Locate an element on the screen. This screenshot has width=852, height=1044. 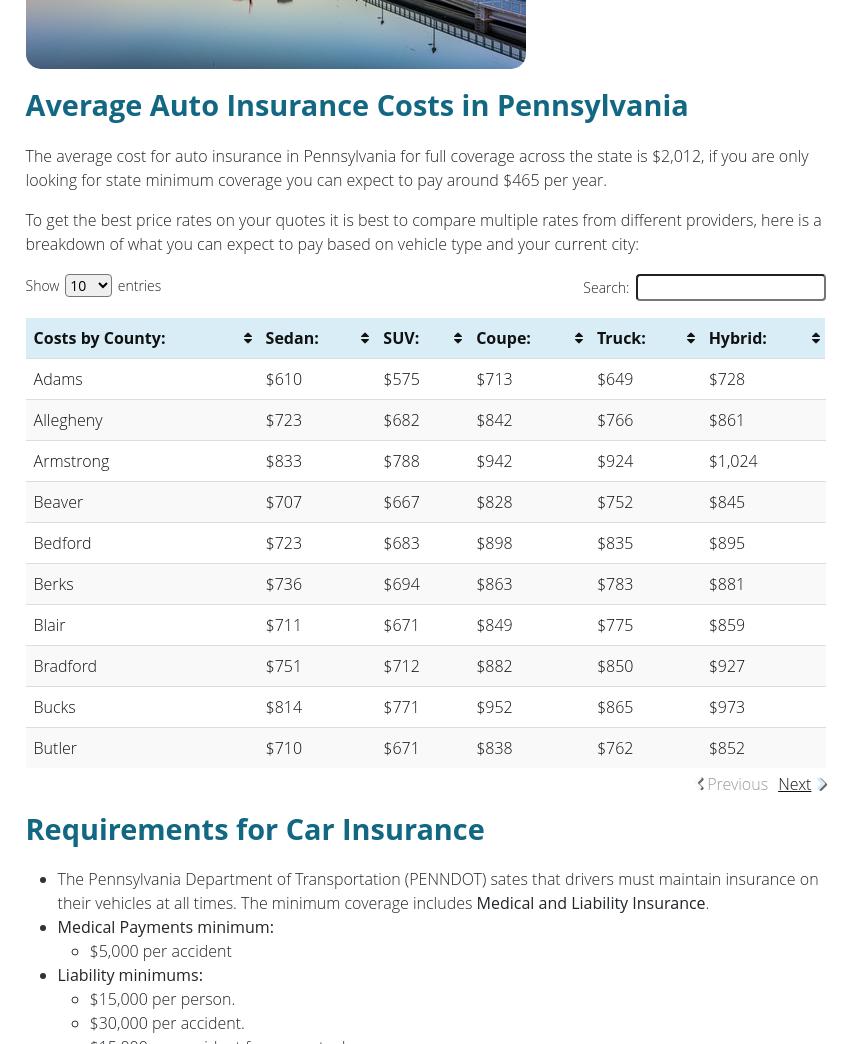
'CheapCarInsurance' is located at coordinates (507, 516).